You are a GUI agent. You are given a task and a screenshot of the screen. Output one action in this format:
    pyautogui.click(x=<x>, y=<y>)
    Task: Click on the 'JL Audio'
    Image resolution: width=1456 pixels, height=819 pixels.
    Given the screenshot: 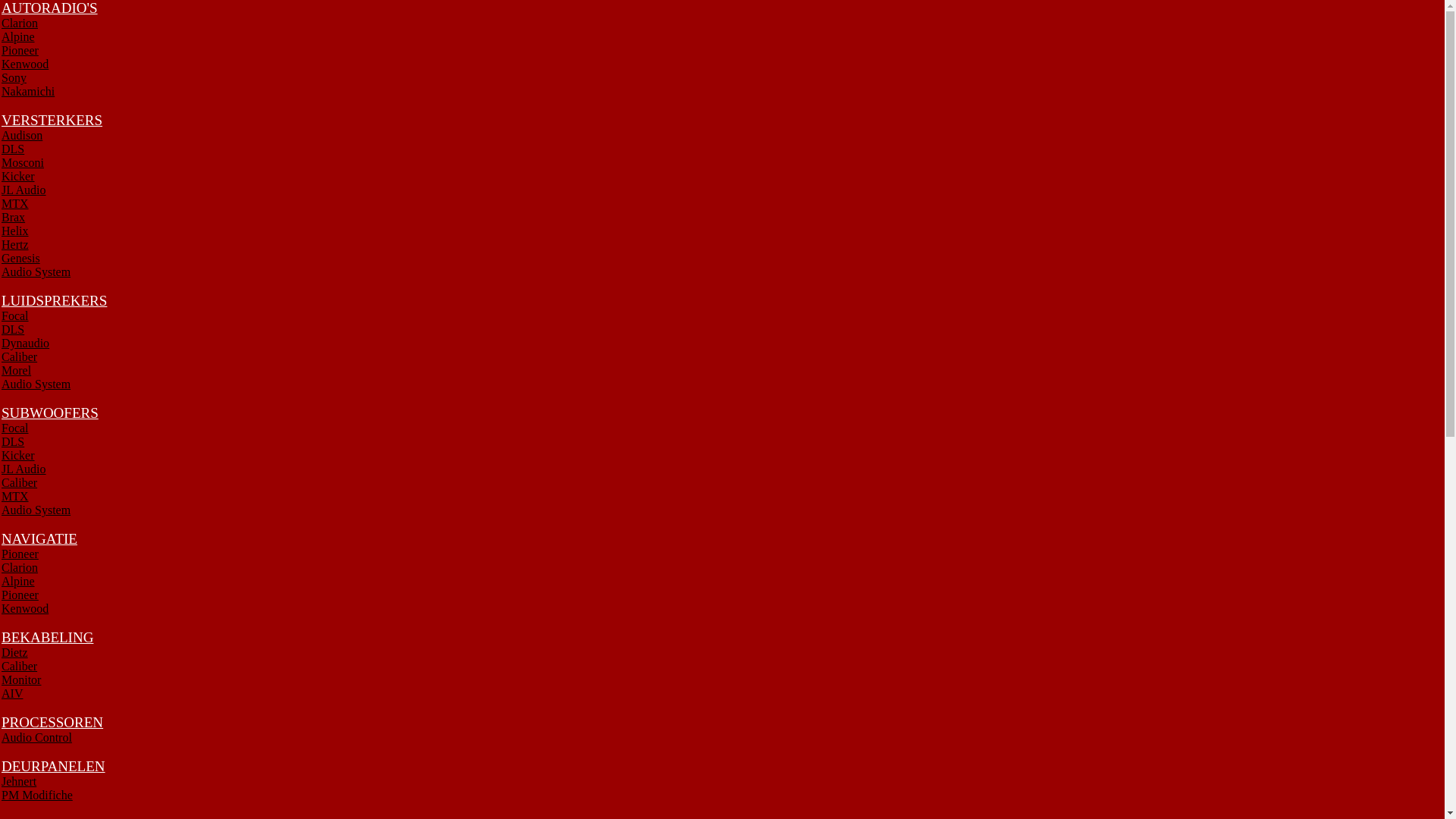 What is the action you would take?
    pyautogui.click(x=24, y=189)
    